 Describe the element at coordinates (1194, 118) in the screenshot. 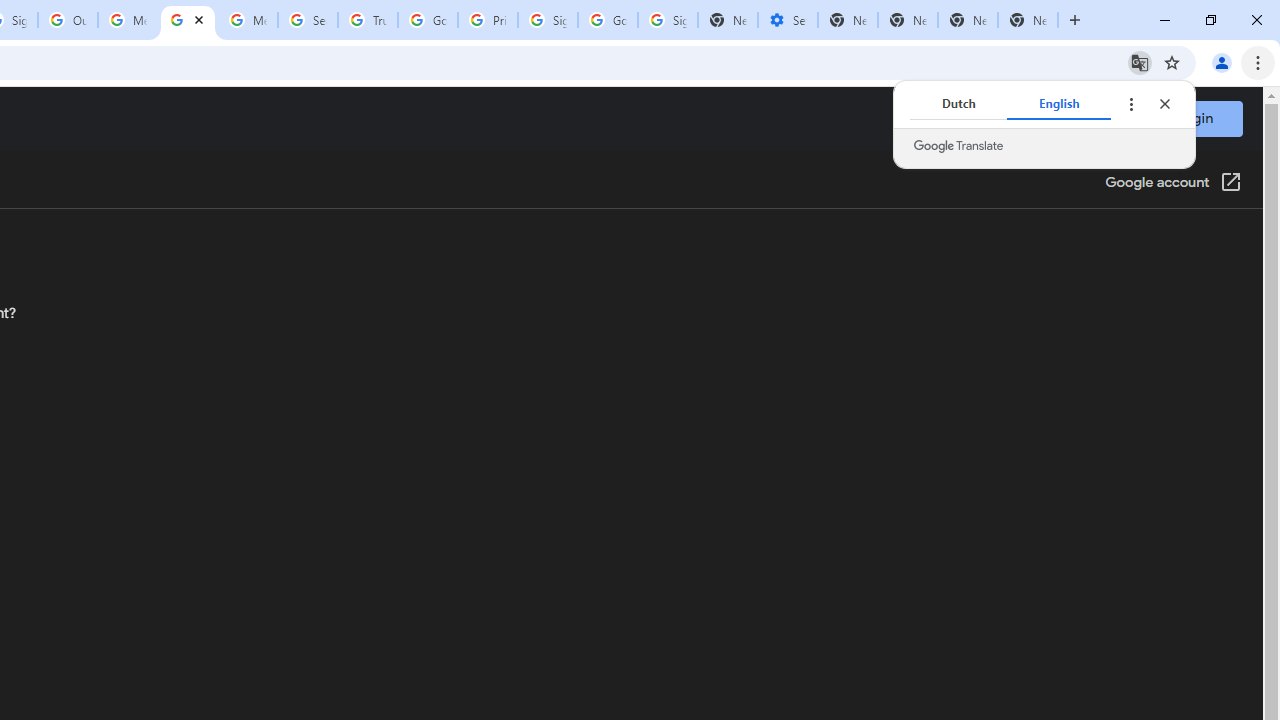

I see `'Login'` at that location.